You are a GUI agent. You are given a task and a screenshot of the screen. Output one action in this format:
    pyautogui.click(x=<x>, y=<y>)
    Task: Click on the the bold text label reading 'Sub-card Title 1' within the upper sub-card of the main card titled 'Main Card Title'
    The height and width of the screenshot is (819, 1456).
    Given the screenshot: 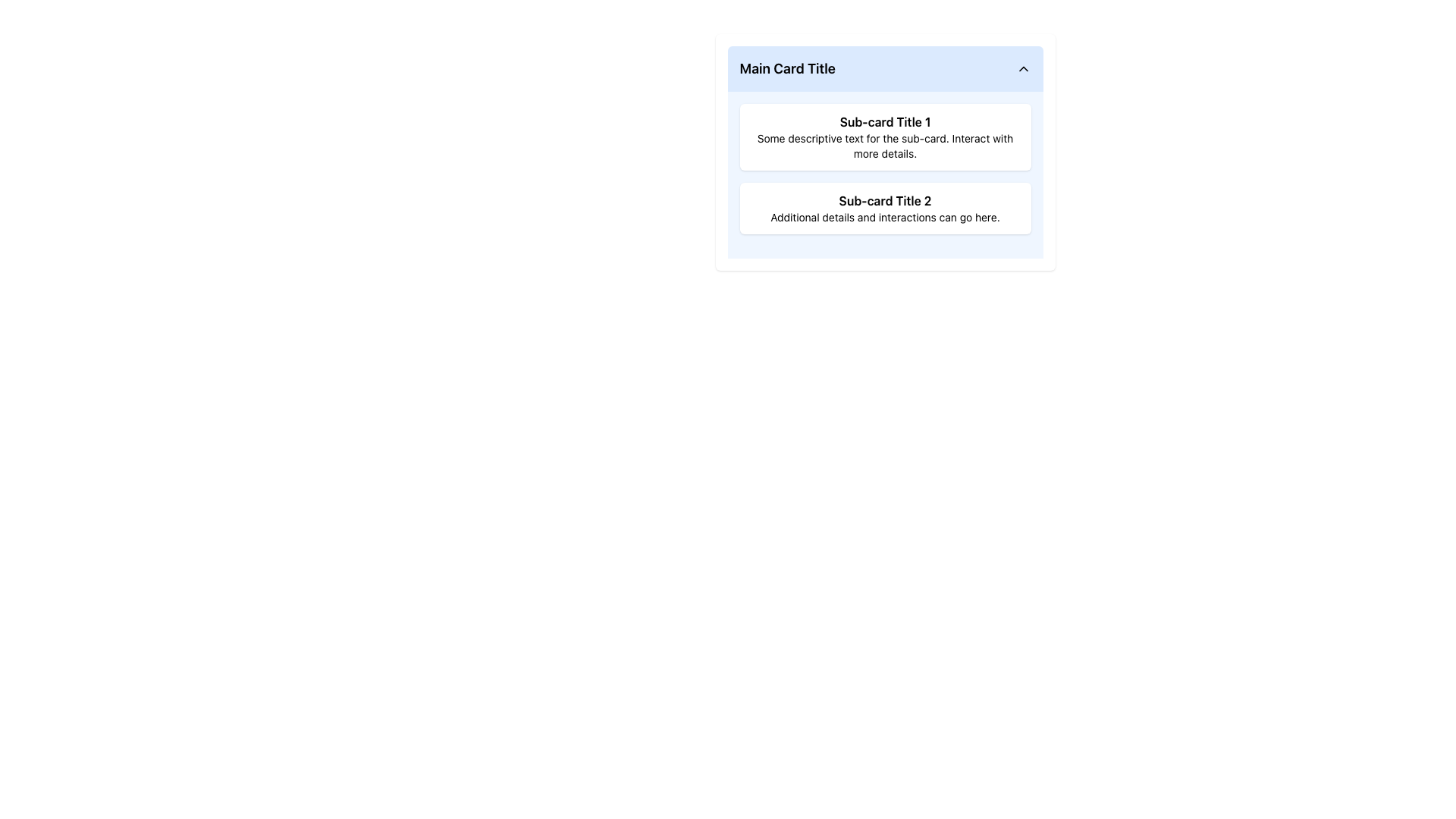 What is the action you would take?
    pyautogui.click(x=885, y=121)
    